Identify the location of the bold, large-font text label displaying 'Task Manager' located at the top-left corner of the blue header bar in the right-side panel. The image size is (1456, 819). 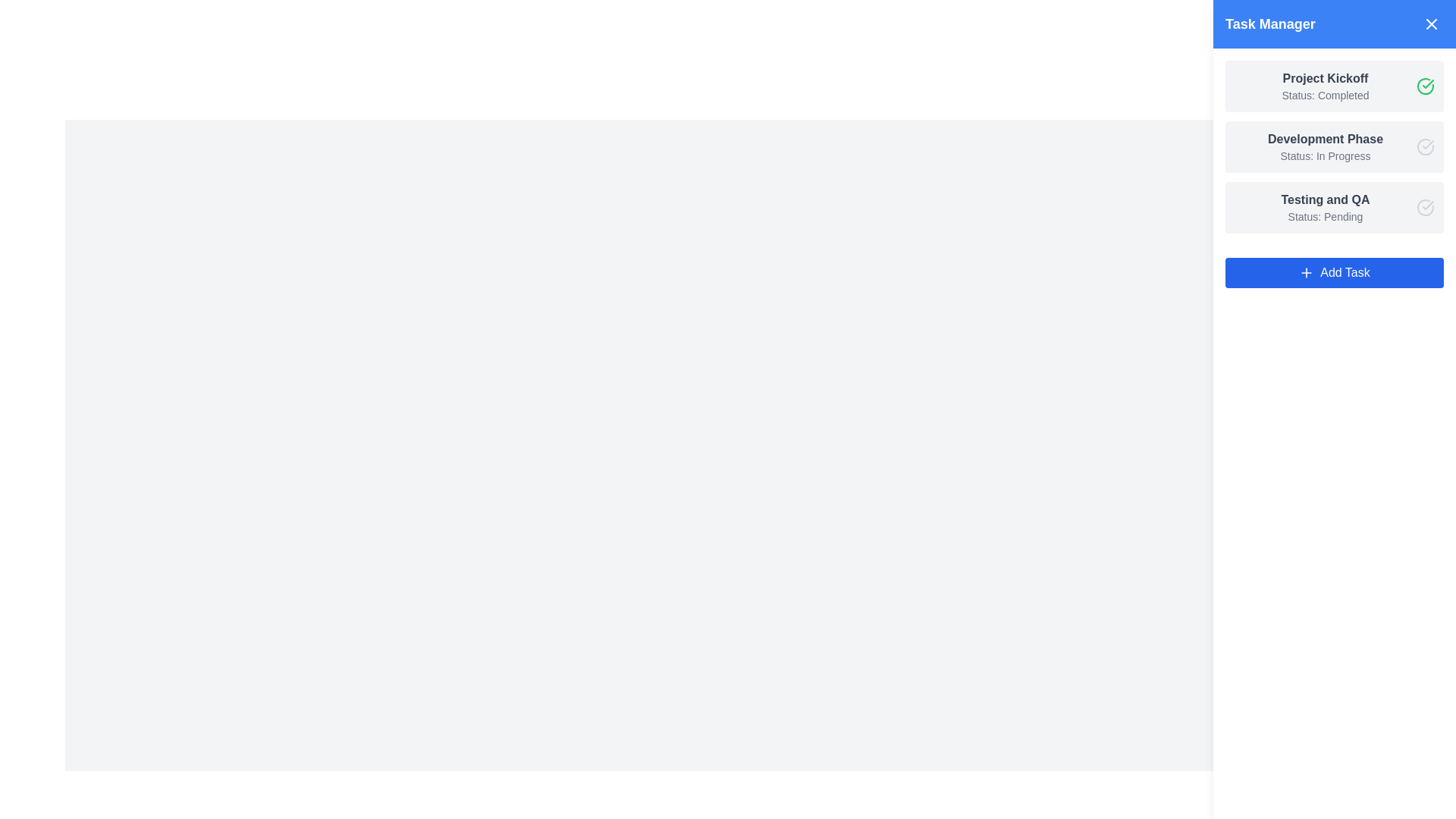
(1270, 24).